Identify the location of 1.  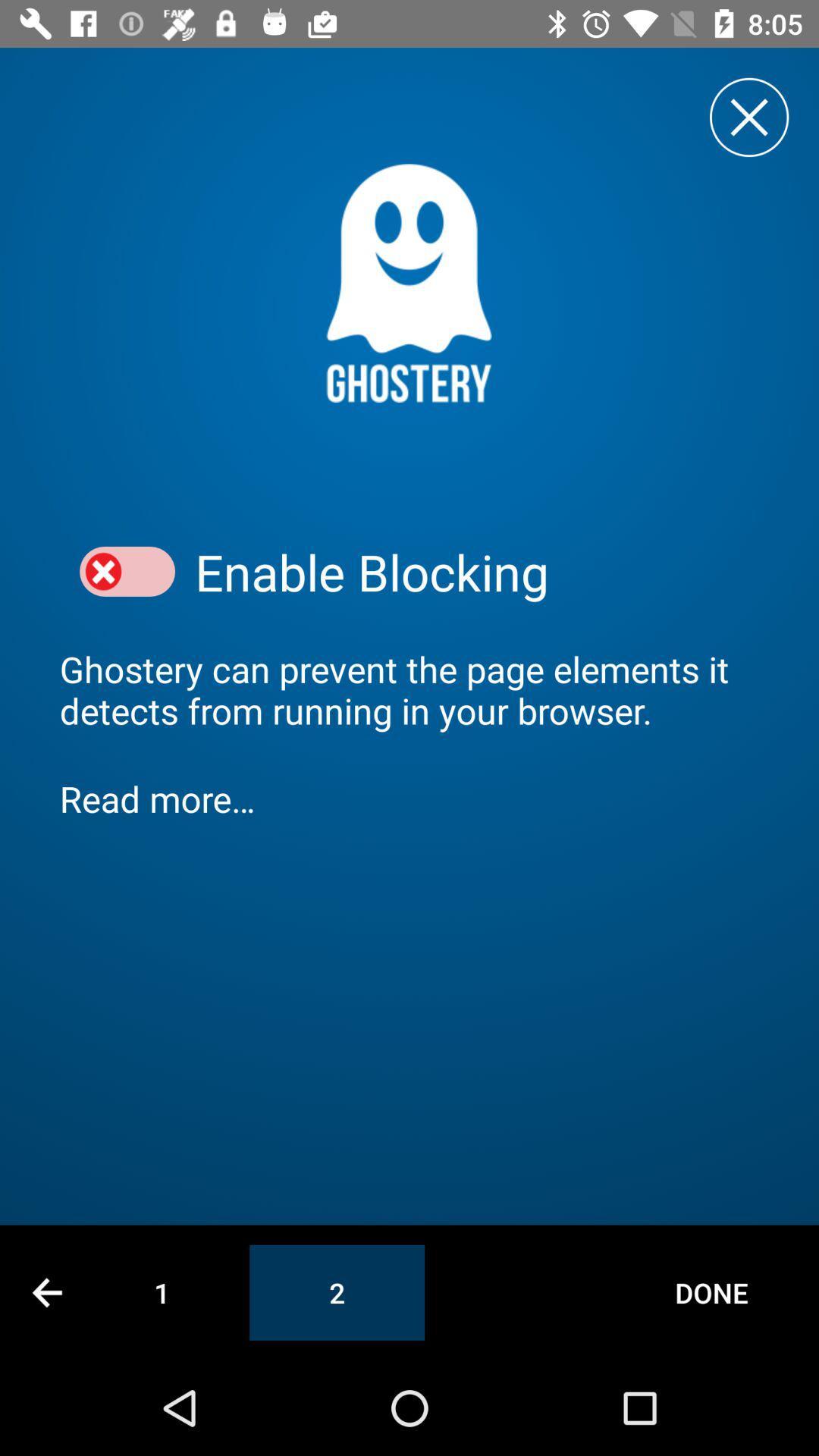
(162, 1291).